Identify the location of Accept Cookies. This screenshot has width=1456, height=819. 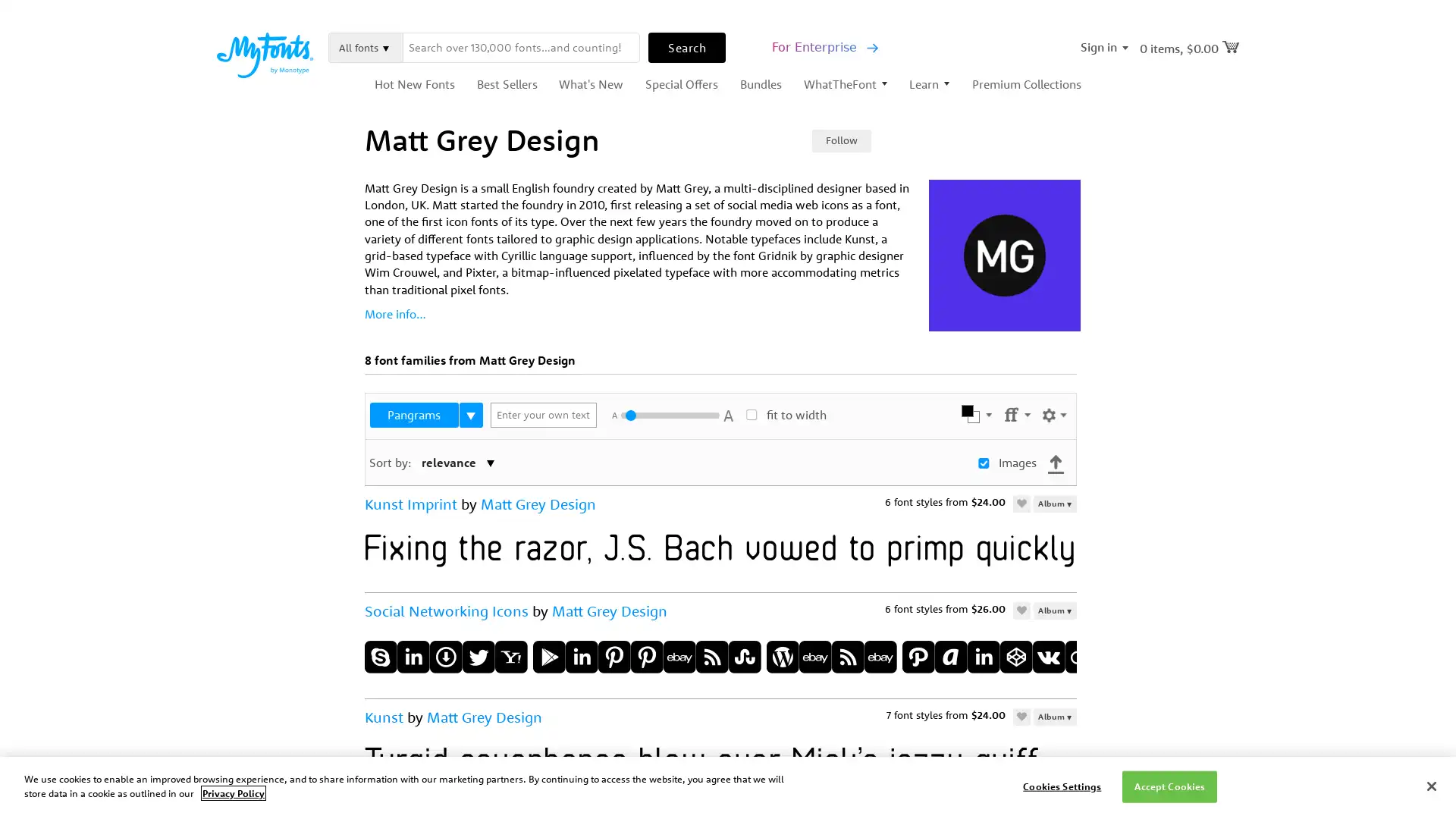
(1169, 786).